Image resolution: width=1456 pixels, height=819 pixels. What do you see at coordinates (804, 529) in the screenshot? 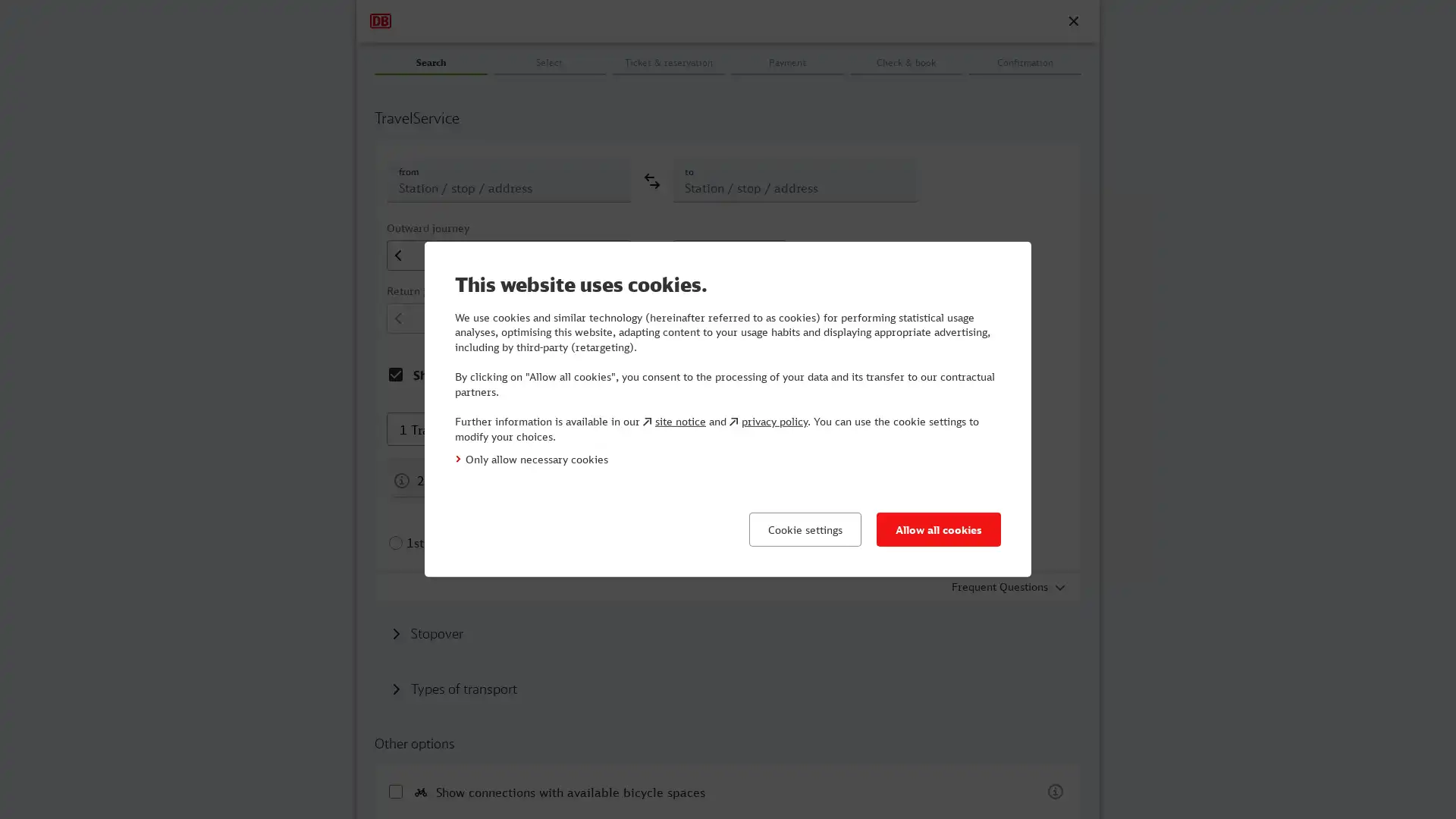
I see `Cookie settings` at bounding box center [804, 529].